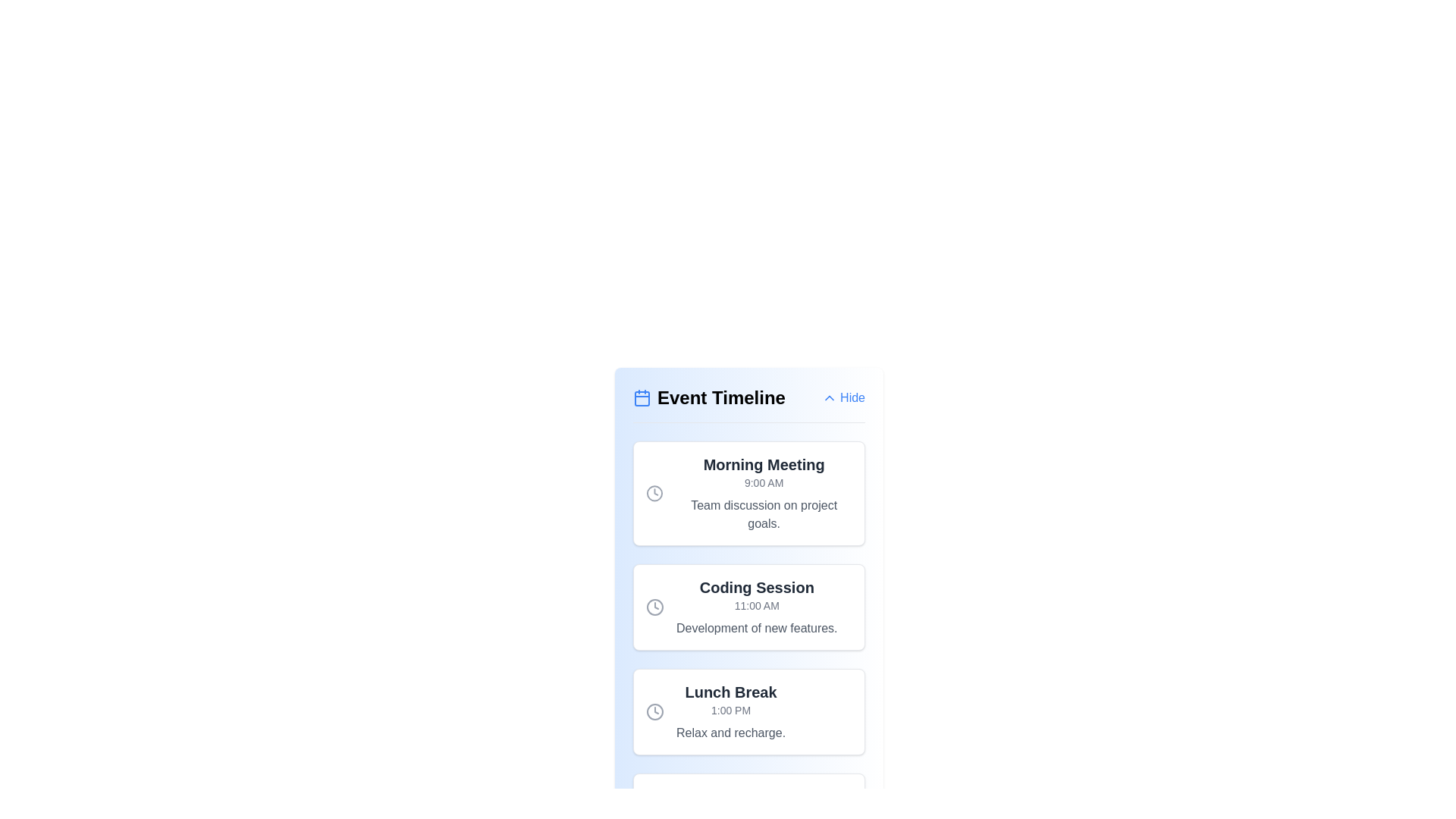 The height and width of the screenshot is (819, 1456). What do you see at coordinates (749, 607) in the screenshot?
I see `the second item in the vertically arranged list of schedule entries in the 'Event Timeline', which provides essential details about the event` at bounding box center [749, 607].